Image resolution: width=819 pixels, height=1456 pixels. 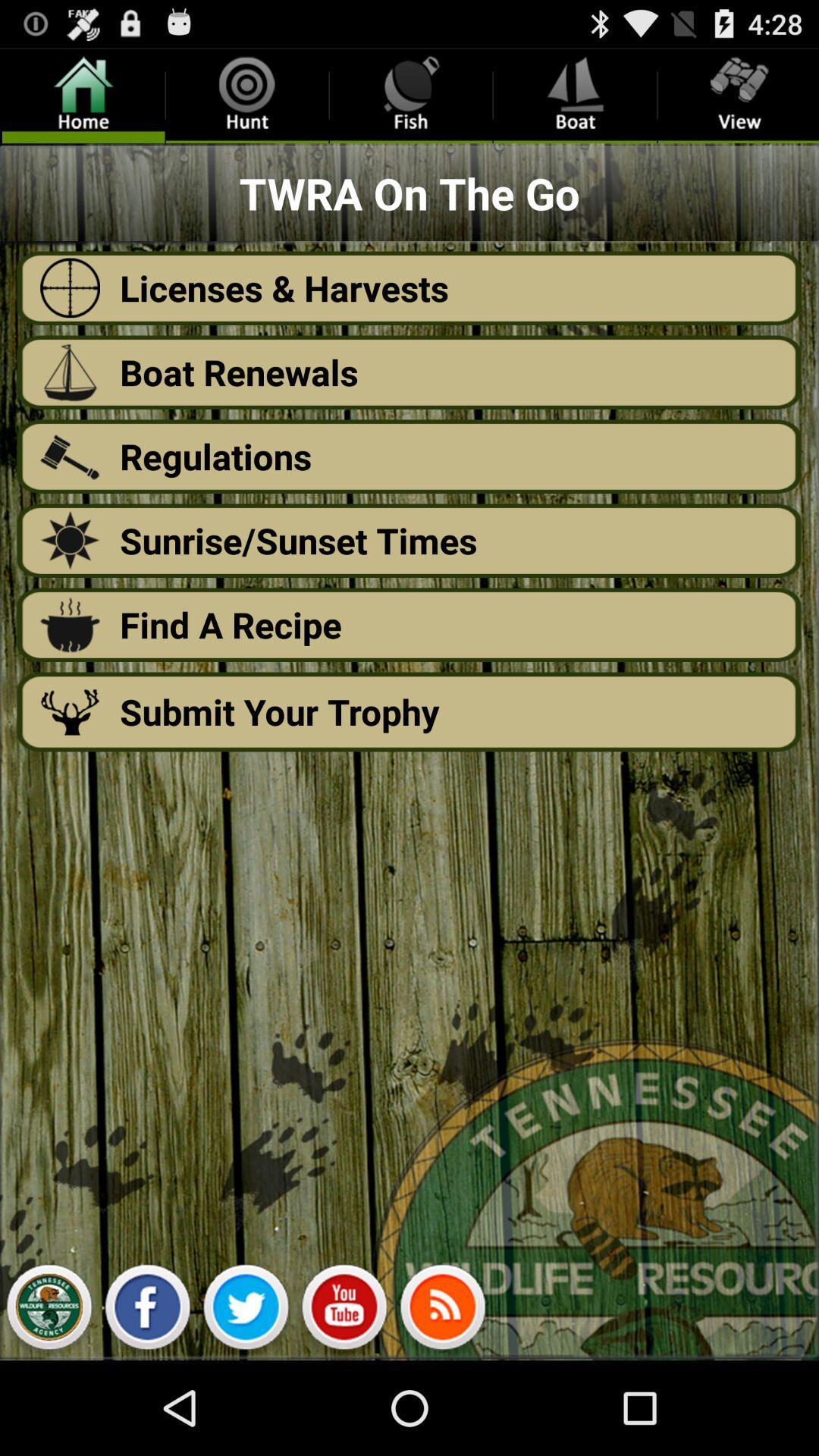 I want to click on the item below the submit your trophy item, so click(x=442, y=1310).